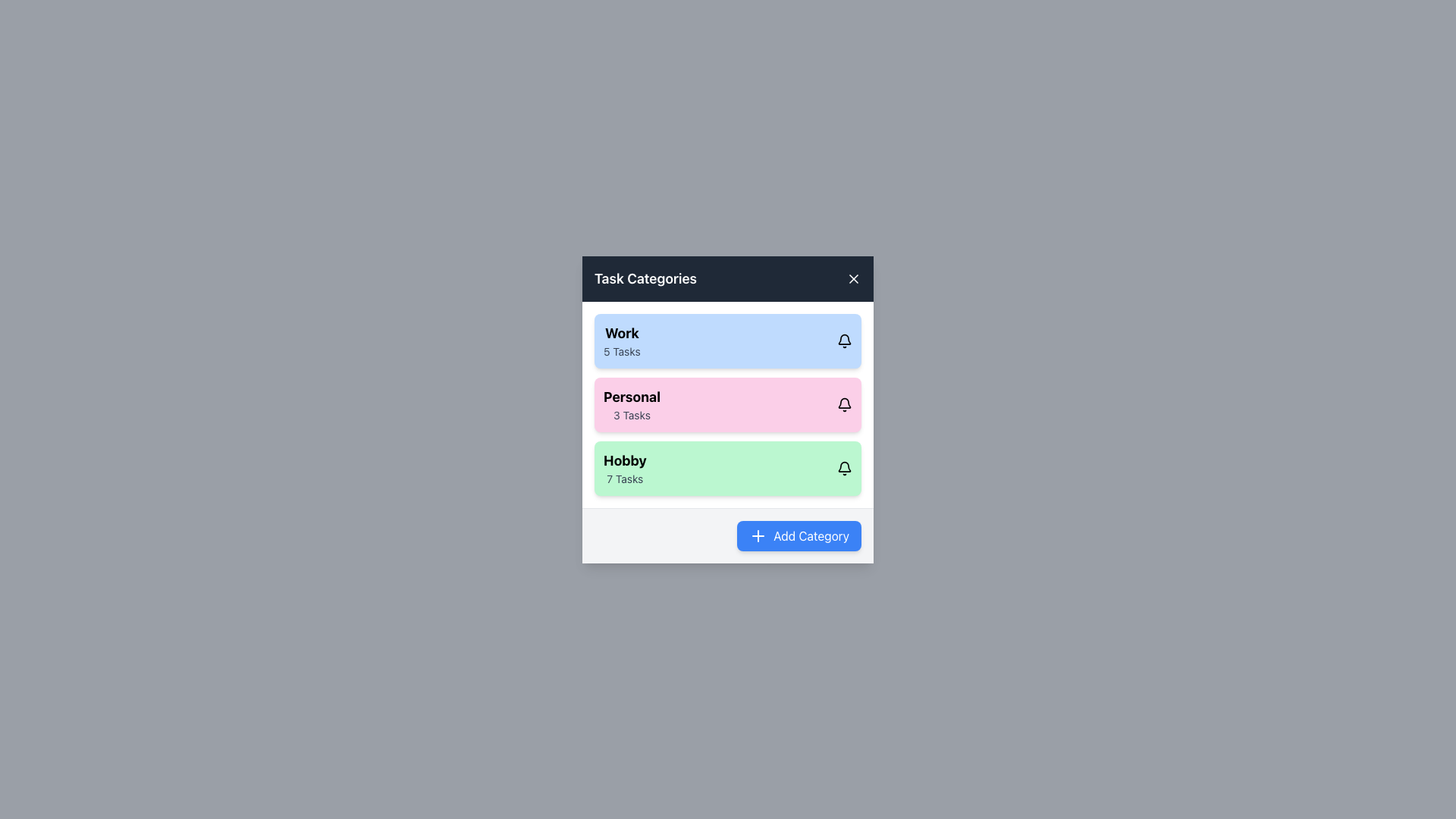 The height and width of the screenshot is (819, 1456). What do you see at coordinates (728, 403) in the screenshot?
I see `the 'Personal' category block which is the second section in a vertical list of categories` at bounding box center [728, 403].